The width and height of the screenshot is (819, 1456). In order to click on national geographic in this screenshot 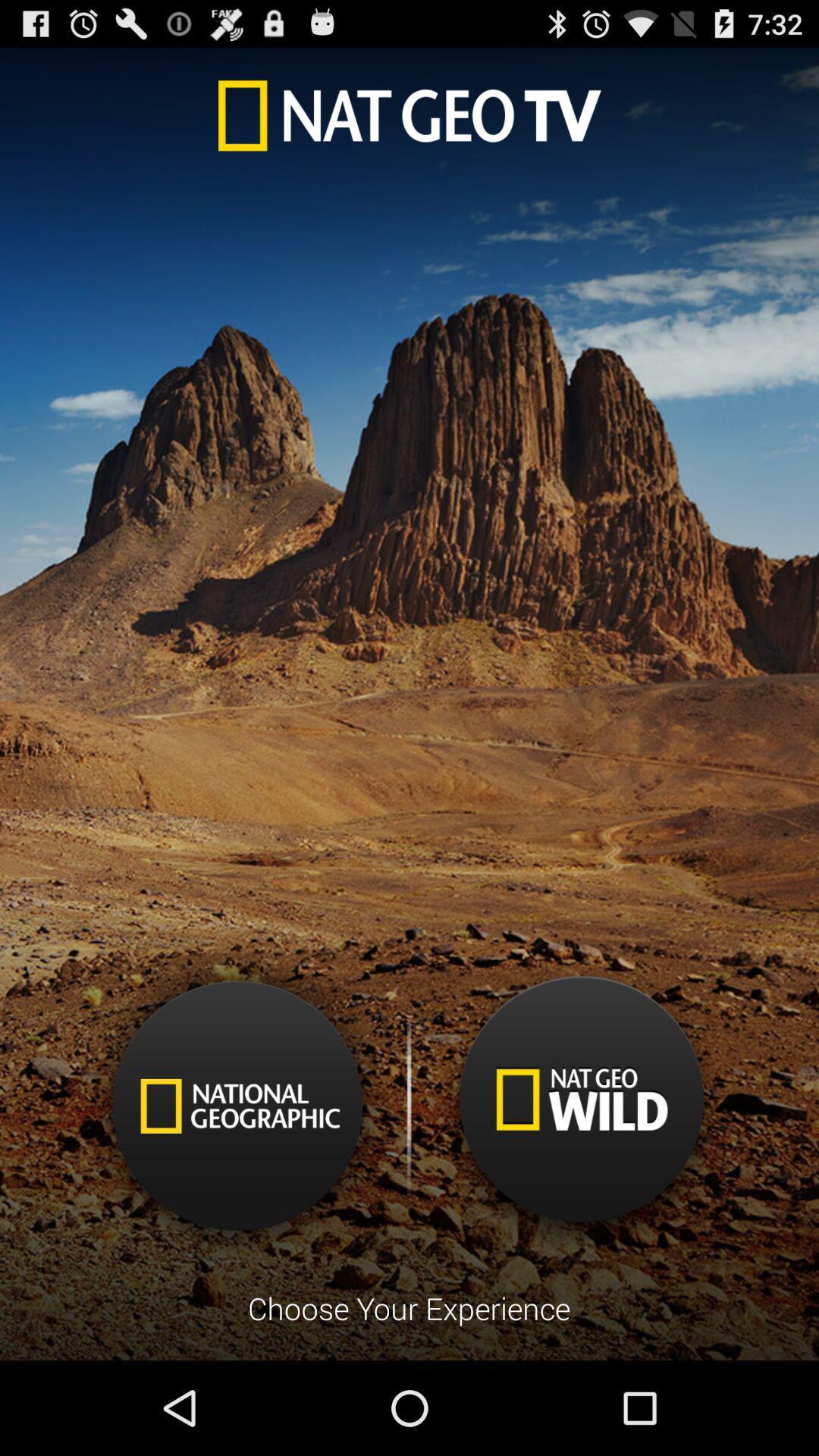, I will do `click(237, 1106)`.